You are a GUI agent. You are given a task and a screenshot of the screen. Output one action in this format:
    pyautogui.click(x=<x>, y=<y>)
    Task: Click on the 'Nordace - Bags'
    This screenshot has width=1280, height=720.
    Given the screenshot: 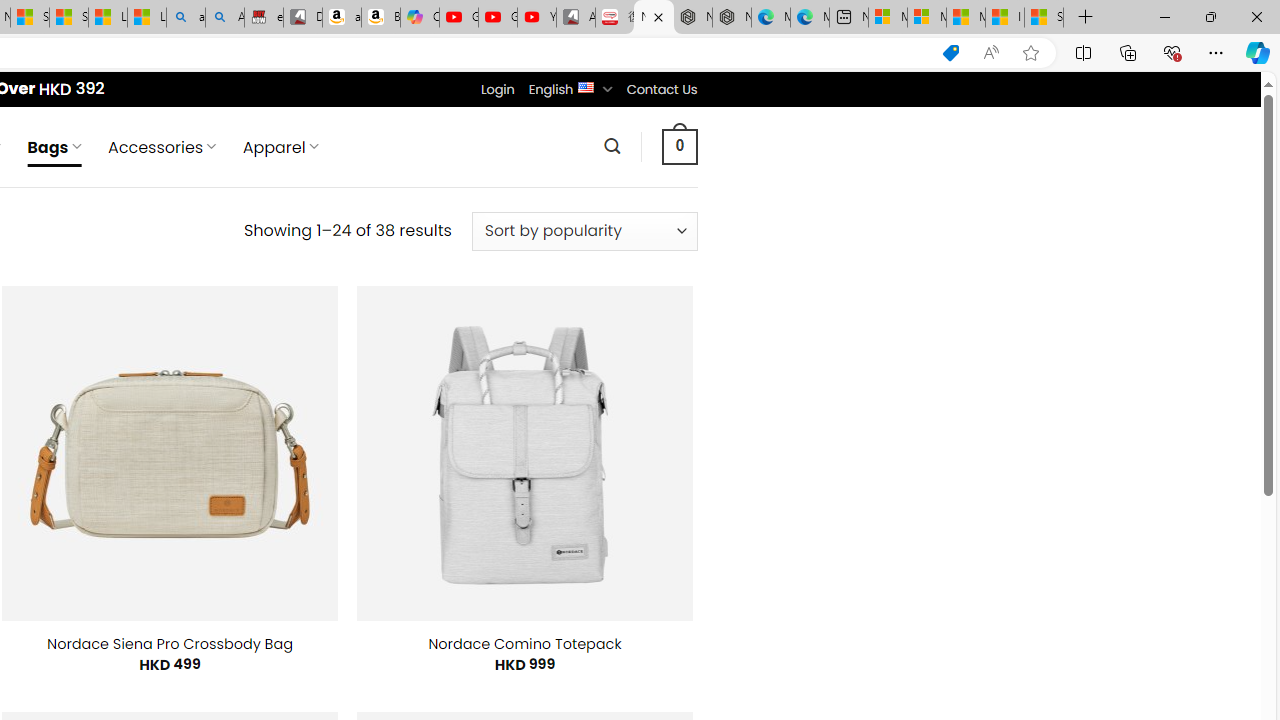 What is the action you would take?
    pyautogui.click(x=654, y=17)
    